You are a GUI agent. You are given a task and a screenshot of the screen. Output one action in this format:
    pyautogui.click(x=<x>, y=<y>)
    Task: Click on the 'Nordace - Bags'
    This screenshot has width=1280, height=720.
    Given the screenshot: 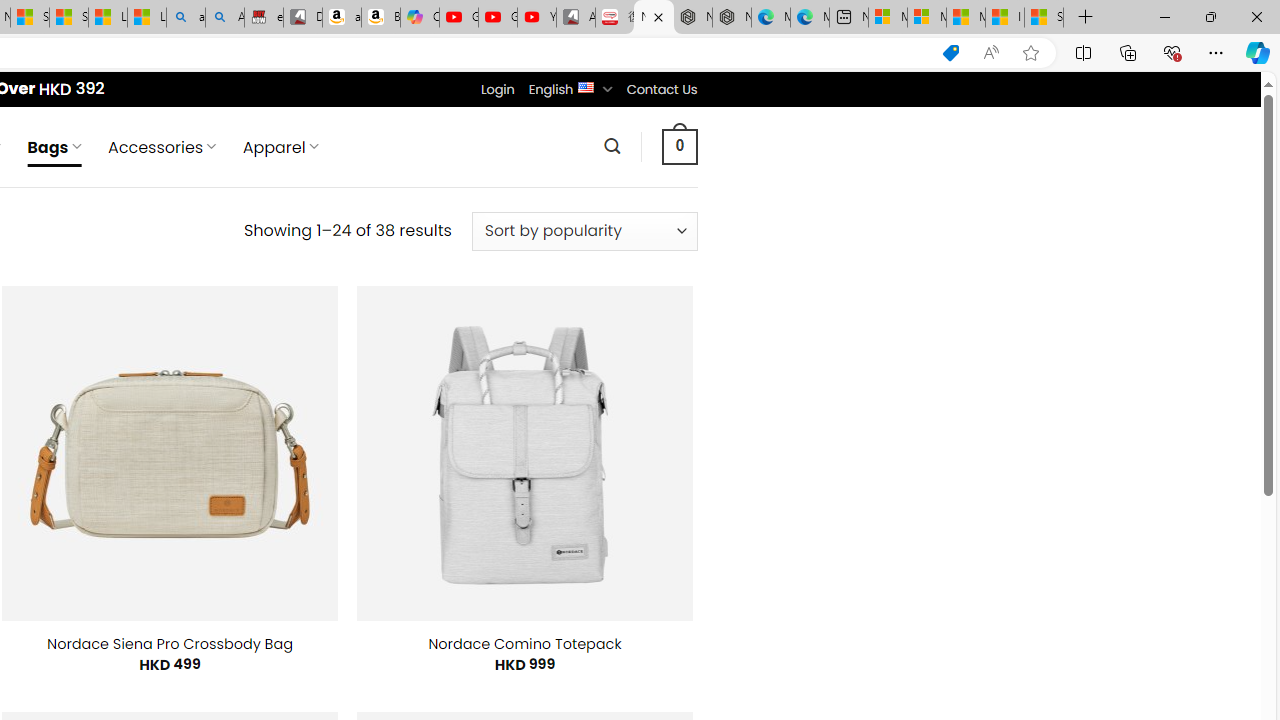 What is the action you would take?
    pyautogui.click(x=654, y=17)
    